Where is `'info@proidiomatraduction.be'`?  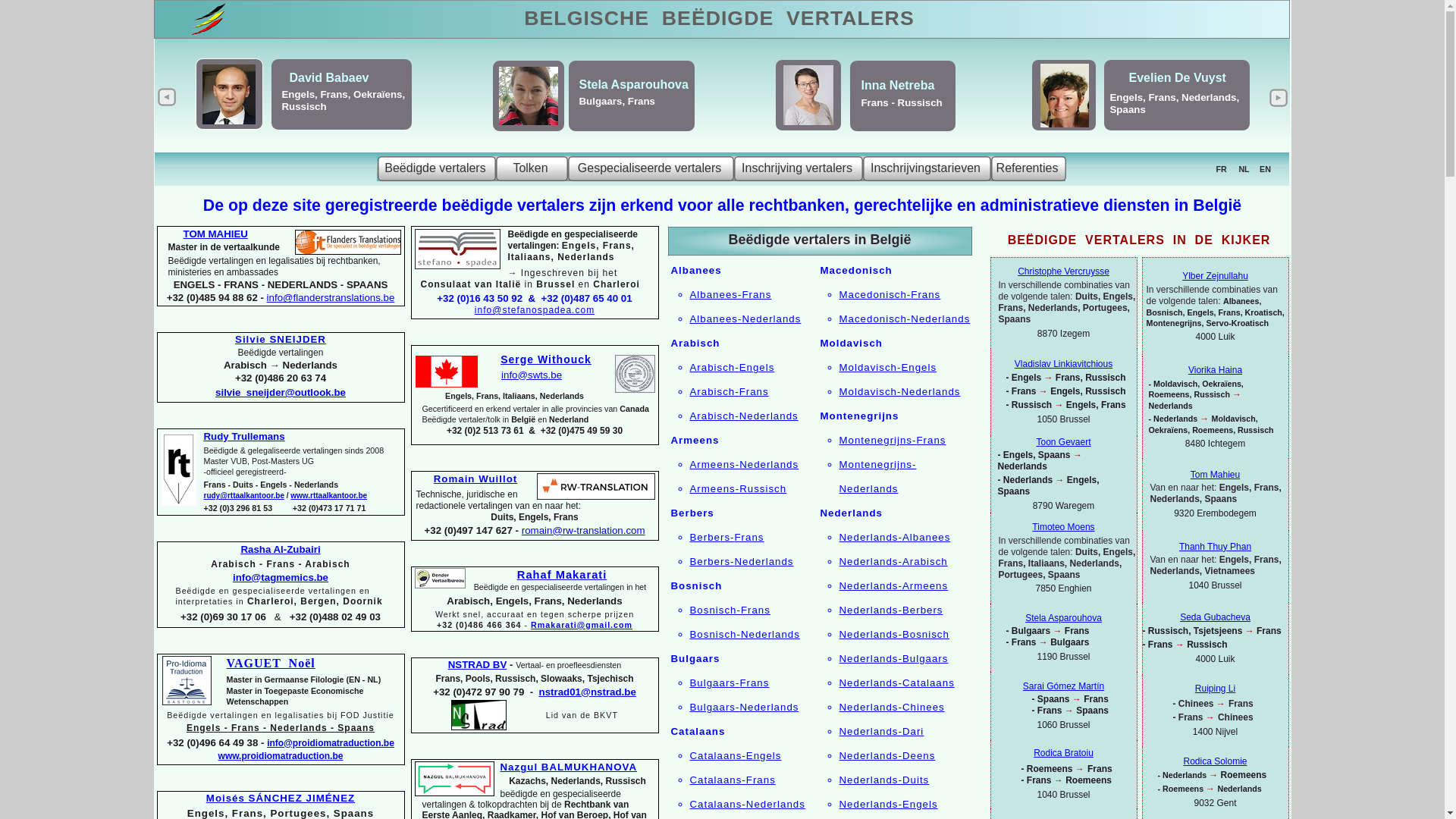
'info@proidiomatraduction.be' is located at coordinates (266, 742).